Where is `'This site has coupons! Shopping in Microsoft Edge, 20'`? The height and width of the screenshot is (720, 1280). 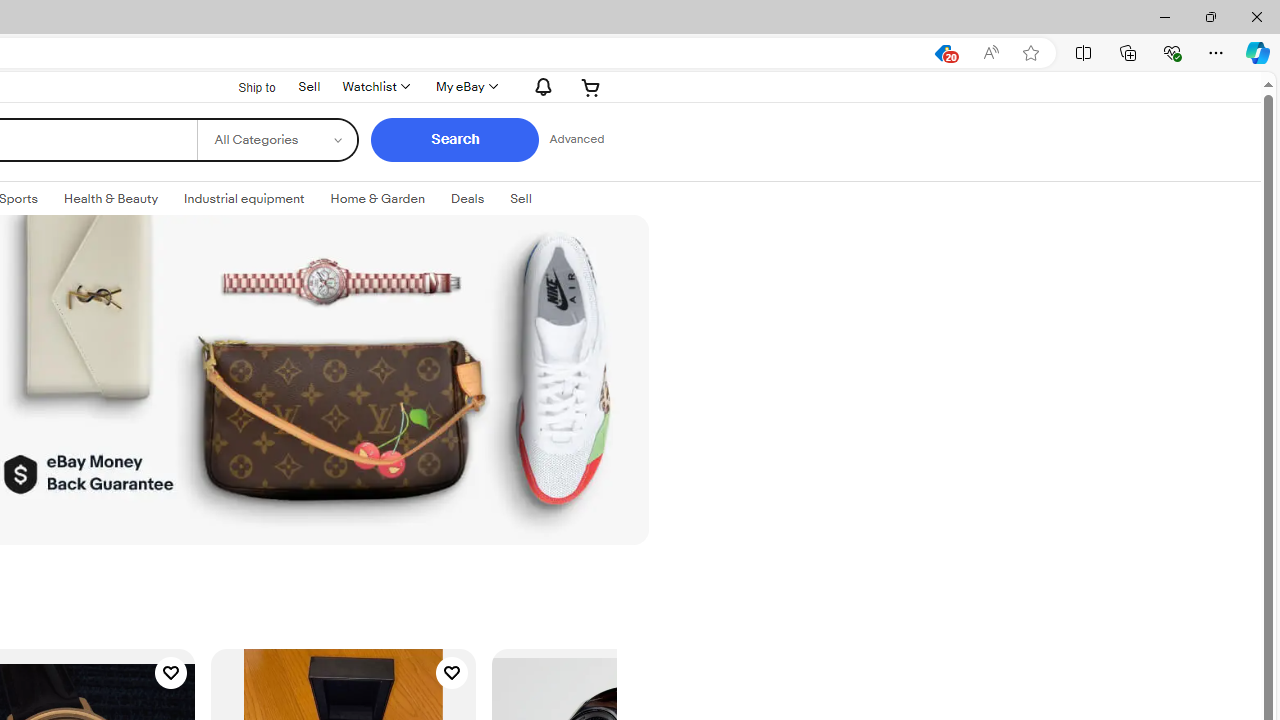 'This site has coupons! Shopping in Microsoft Edge, 20' is located at coordinates (942, 52).